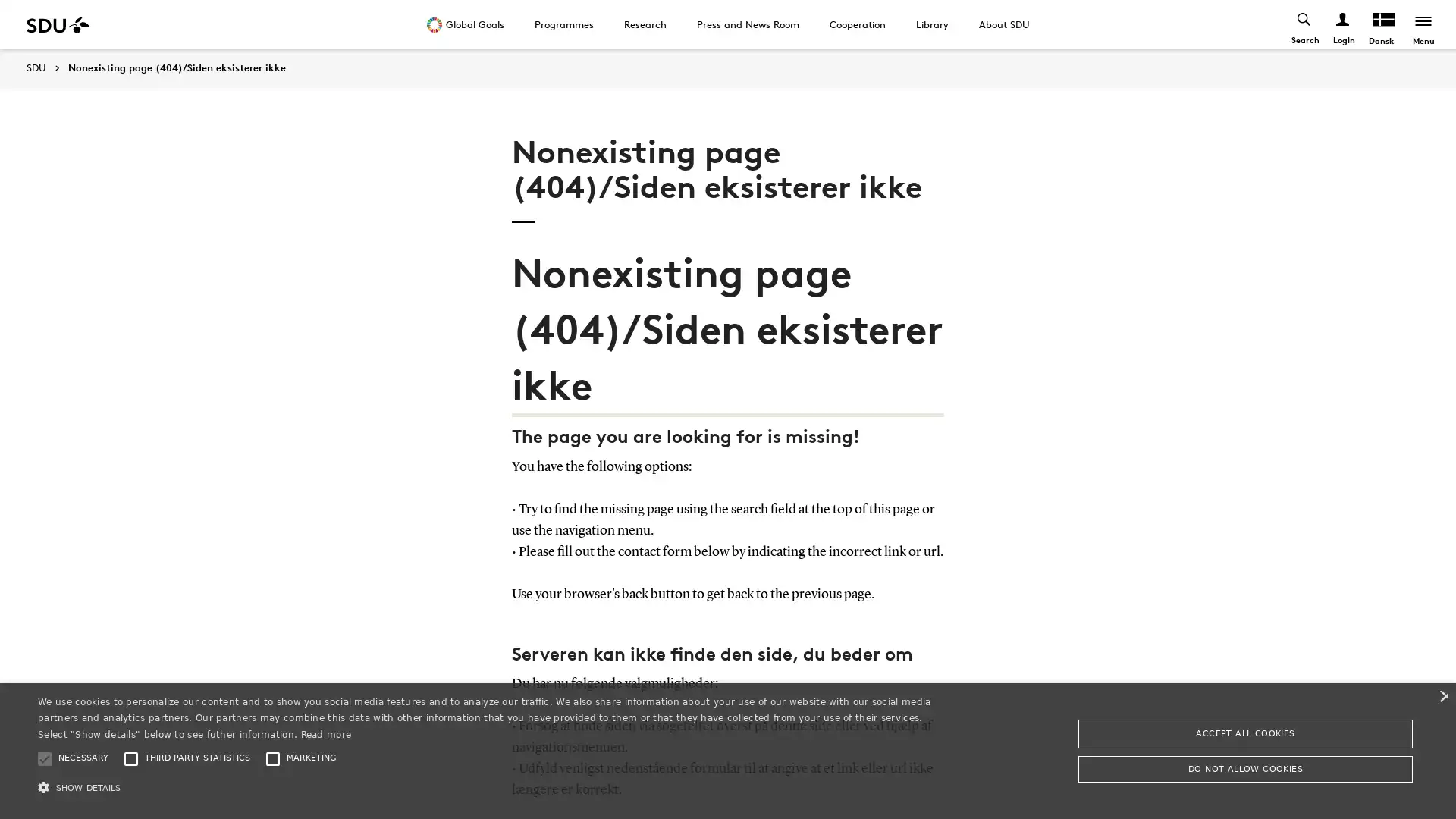  Describe the element at coordinates (1245, 733) in the screenshot. I see `ACCEPT ALL COOKIES` at that location.